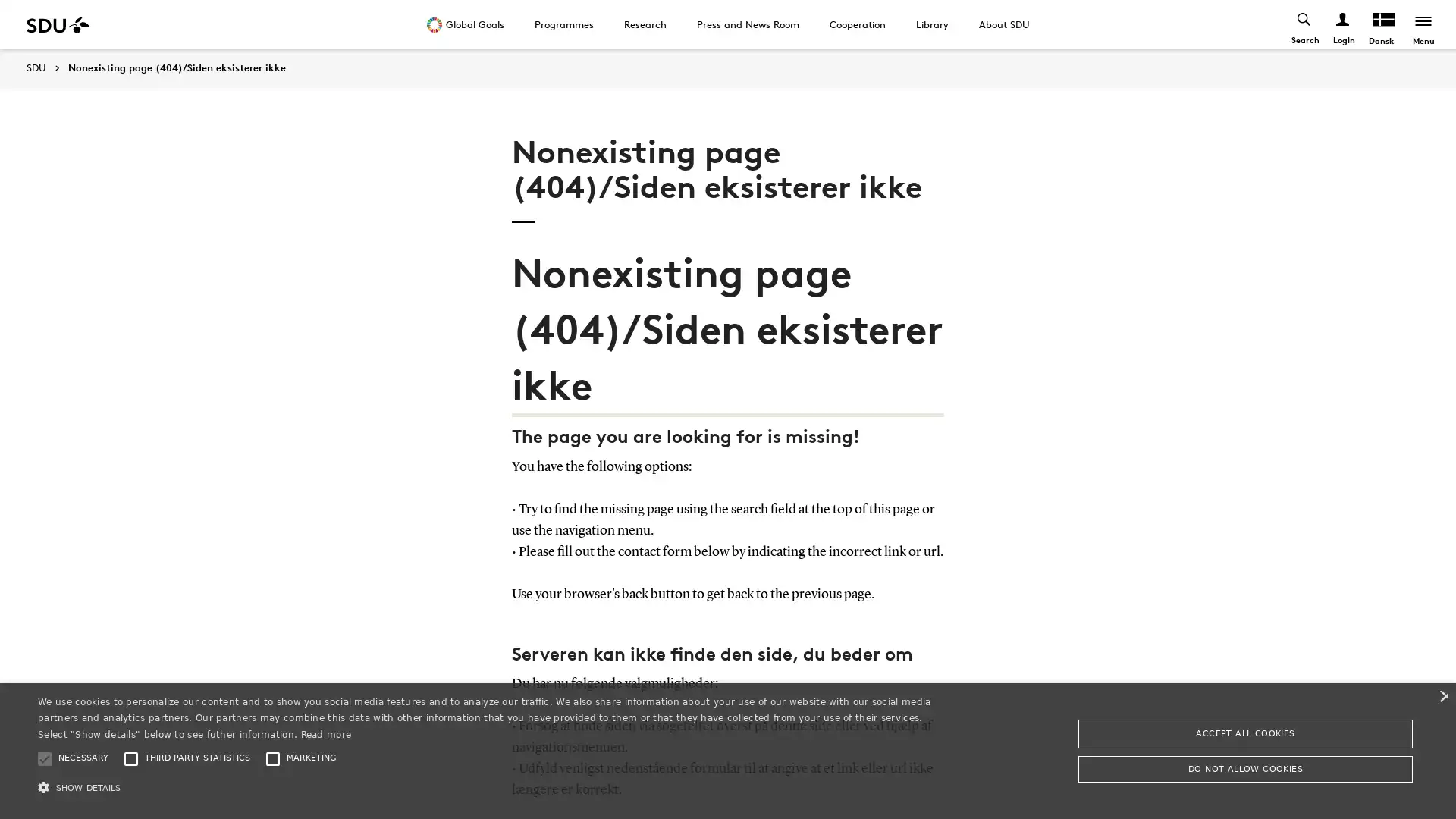  Describe the element at coordinates (1245, 733) in the screenshot. I see `ACCEPT ALL COOKIES` at that location.